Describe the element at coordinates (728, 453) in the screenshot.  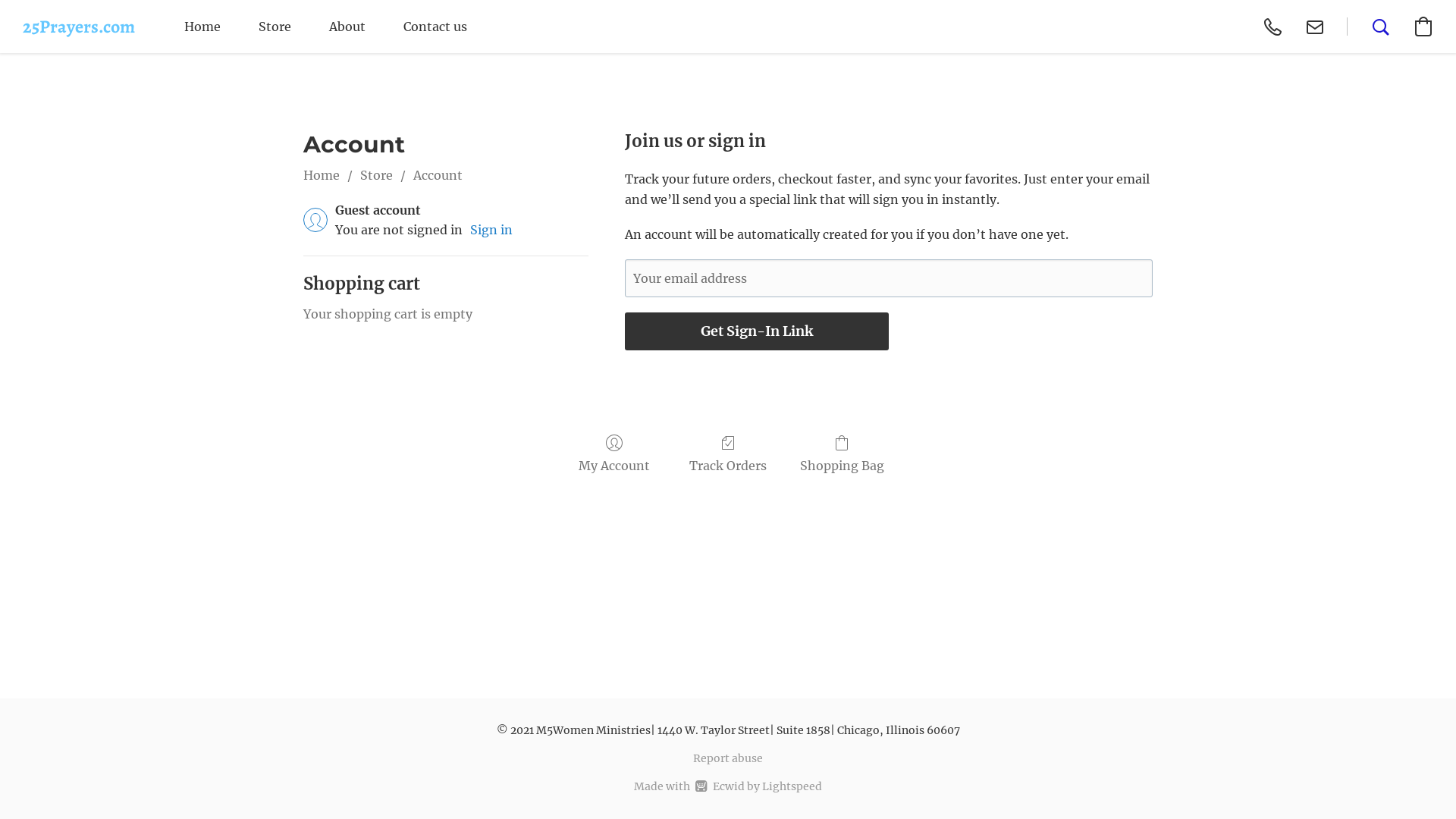
I see `'Track Orders'` at that location.